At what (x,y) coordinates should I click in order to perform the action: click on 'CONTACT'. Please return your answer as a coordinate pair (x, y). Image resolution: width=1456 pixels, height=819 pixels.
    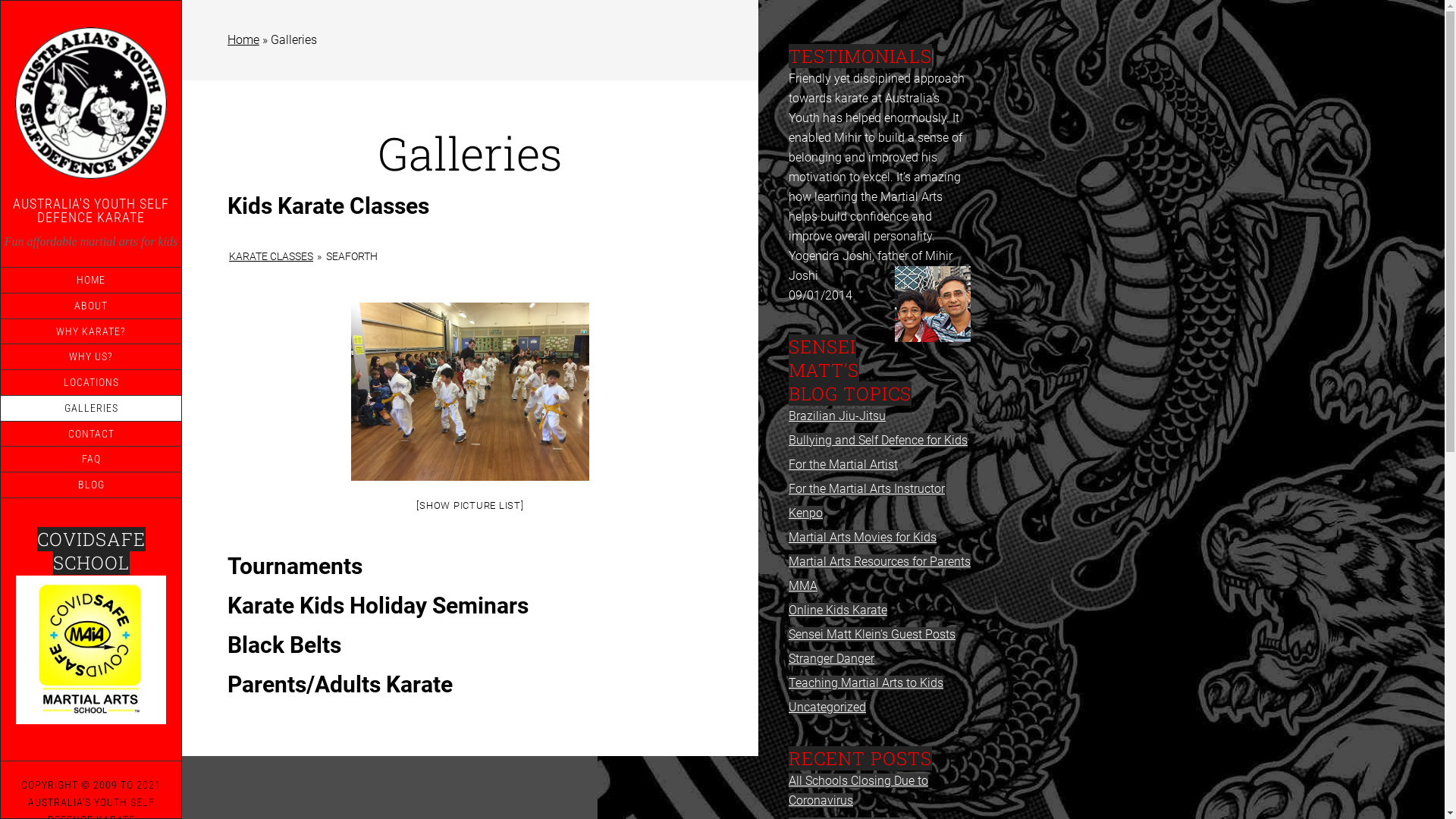
    Looking at the image, I should click on (90, 434).